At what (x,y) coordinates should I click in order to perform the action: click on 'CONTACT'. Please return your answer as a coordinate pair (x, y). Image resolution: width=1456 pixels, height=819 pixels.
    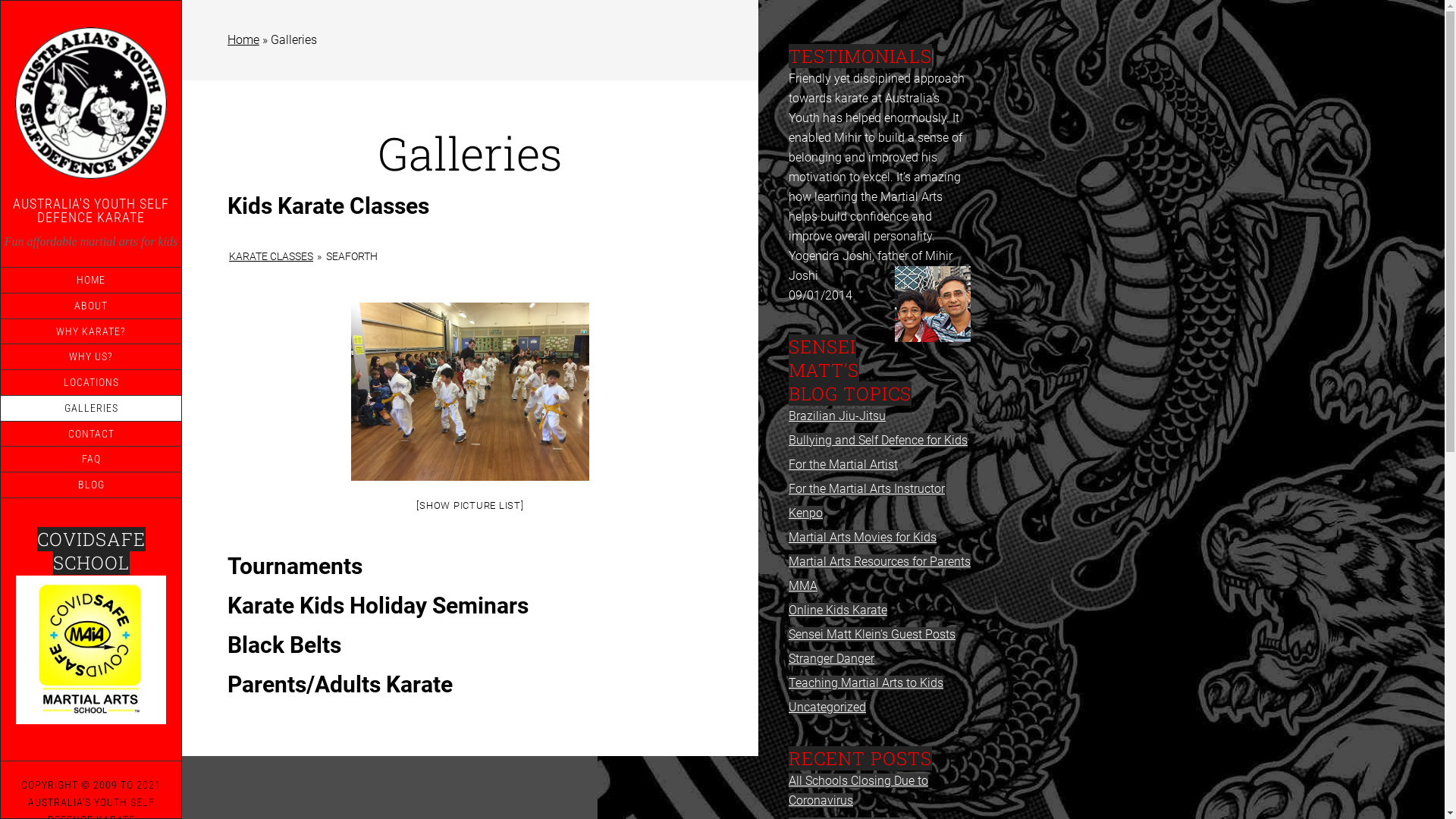
    Looking at the image, I should click on (90, 434).